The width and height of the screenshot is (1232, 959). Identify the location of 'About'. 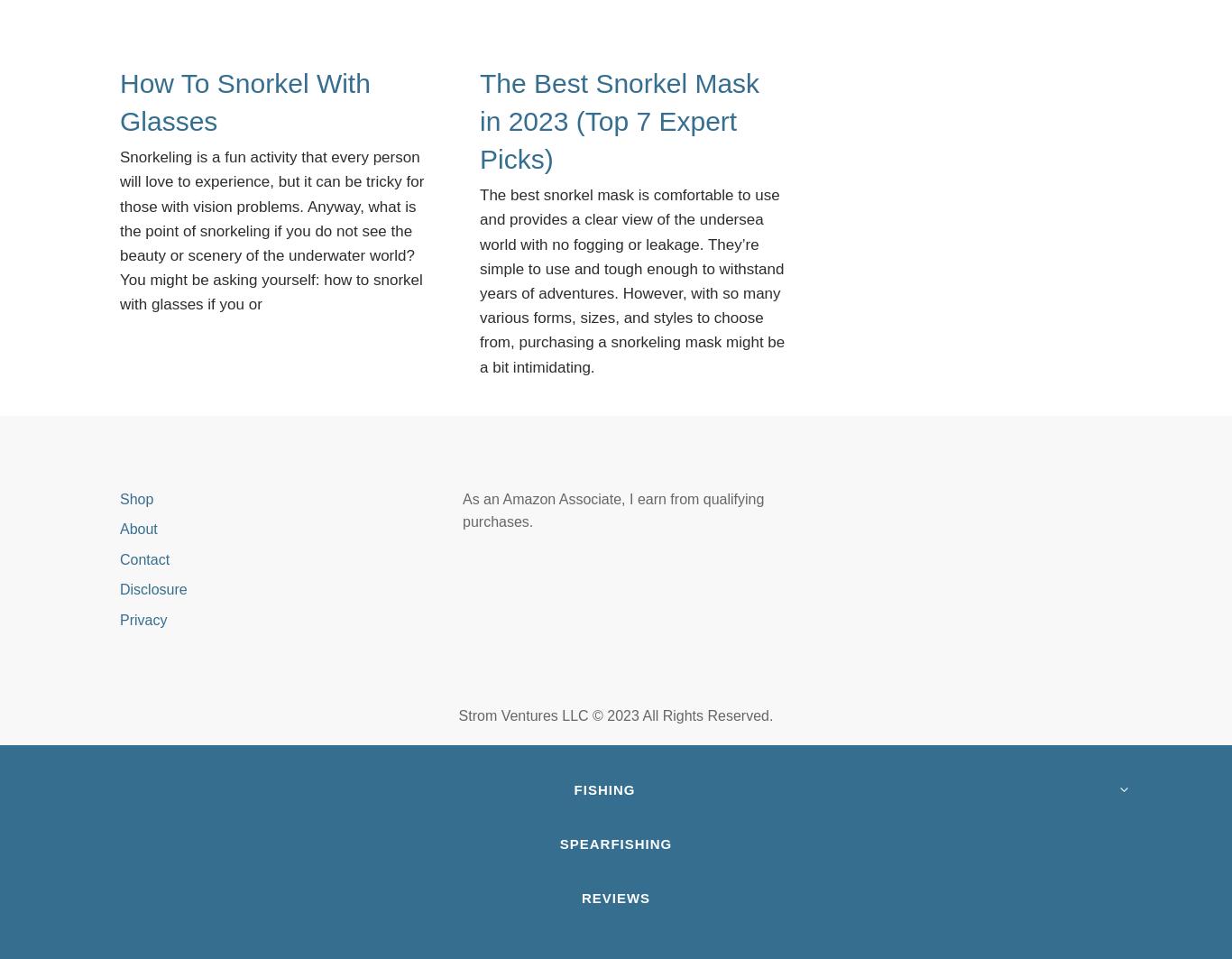
(137, 528).